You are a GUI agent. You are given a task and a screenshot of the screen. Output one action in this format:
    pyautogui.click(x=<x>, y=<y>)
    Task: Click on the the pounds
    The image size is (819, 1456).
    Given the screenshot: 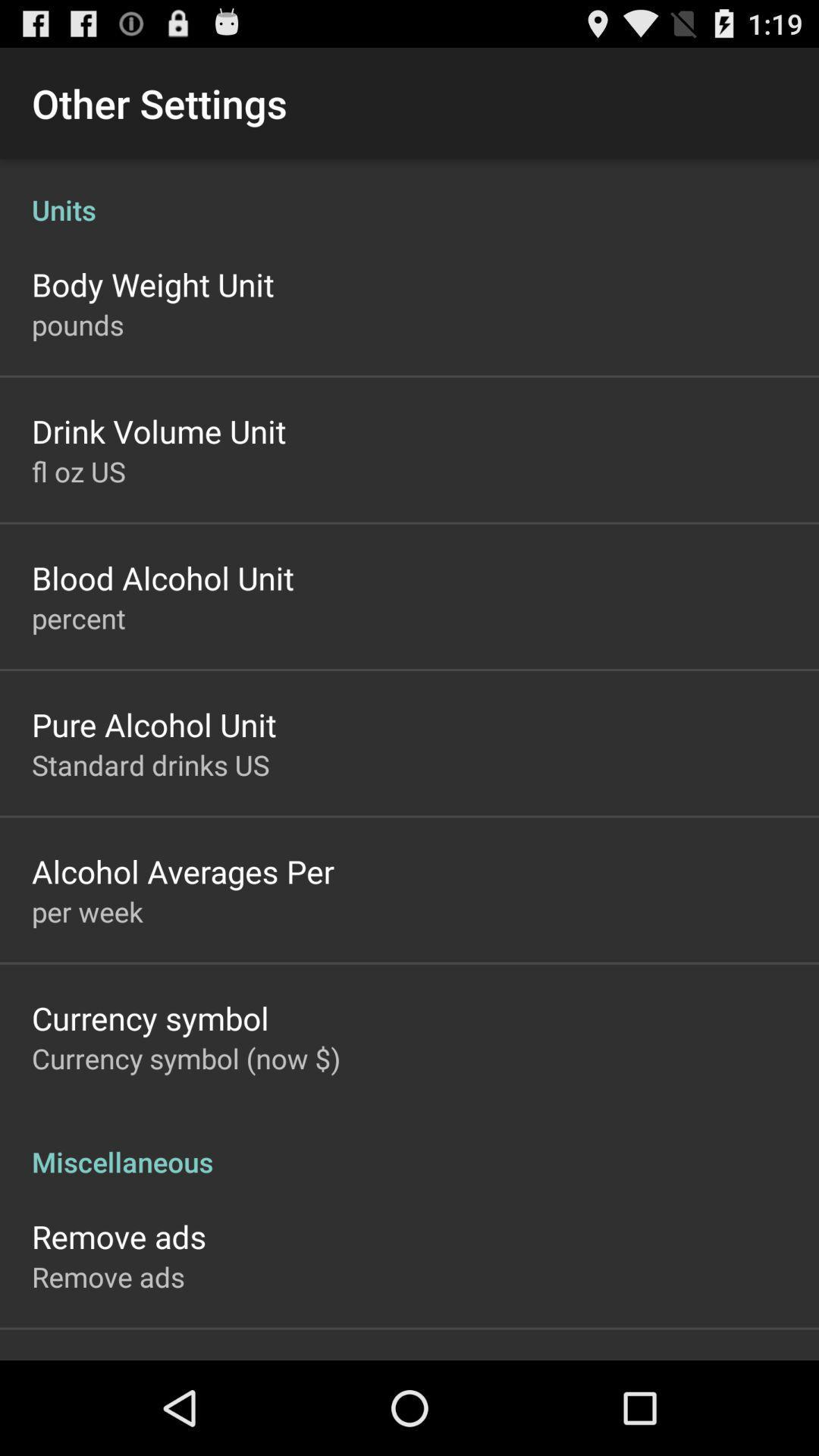 What is the action you would take?
    pyautogui.click(x=77, y=324)
    